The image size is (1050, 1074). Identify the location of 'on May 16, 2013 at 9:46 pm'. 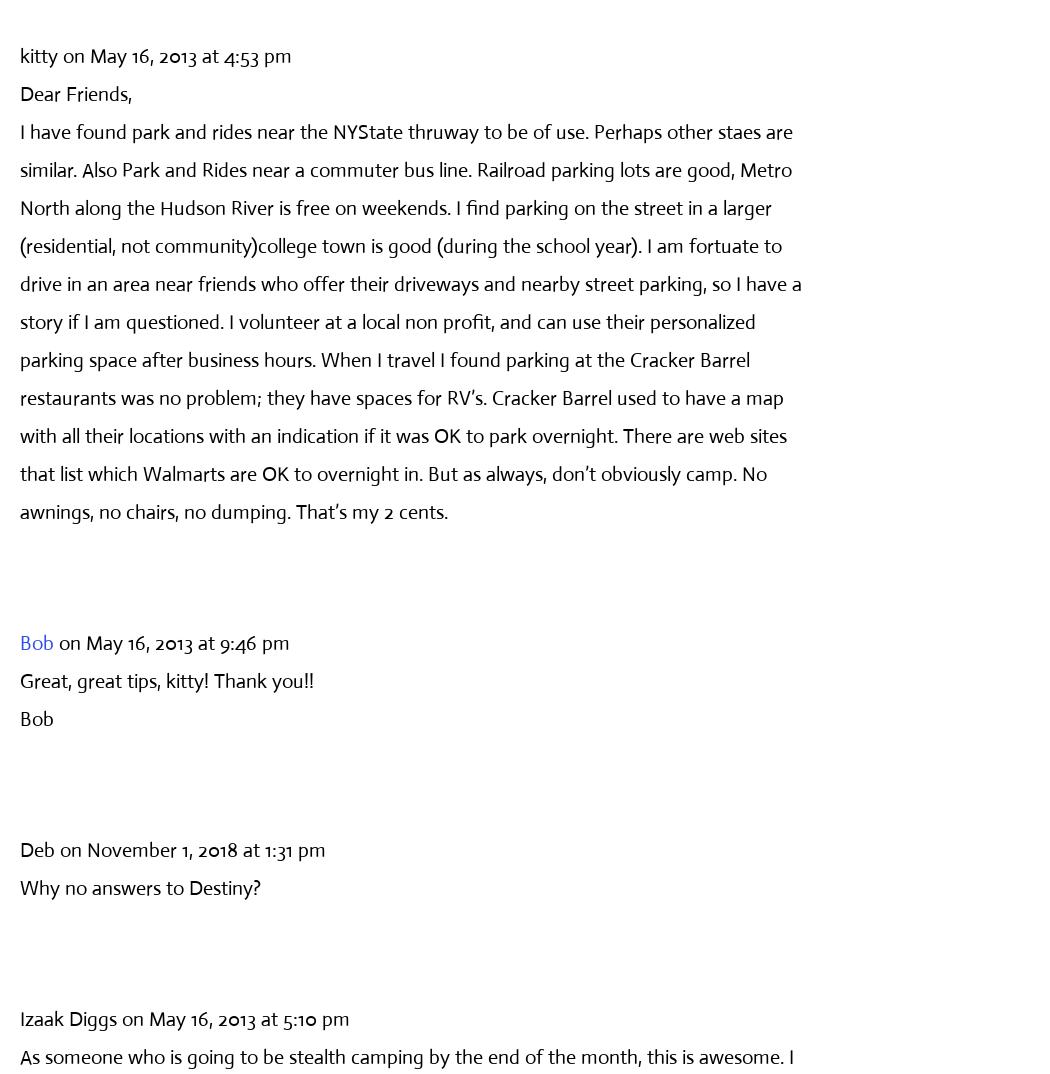
(58, 642).